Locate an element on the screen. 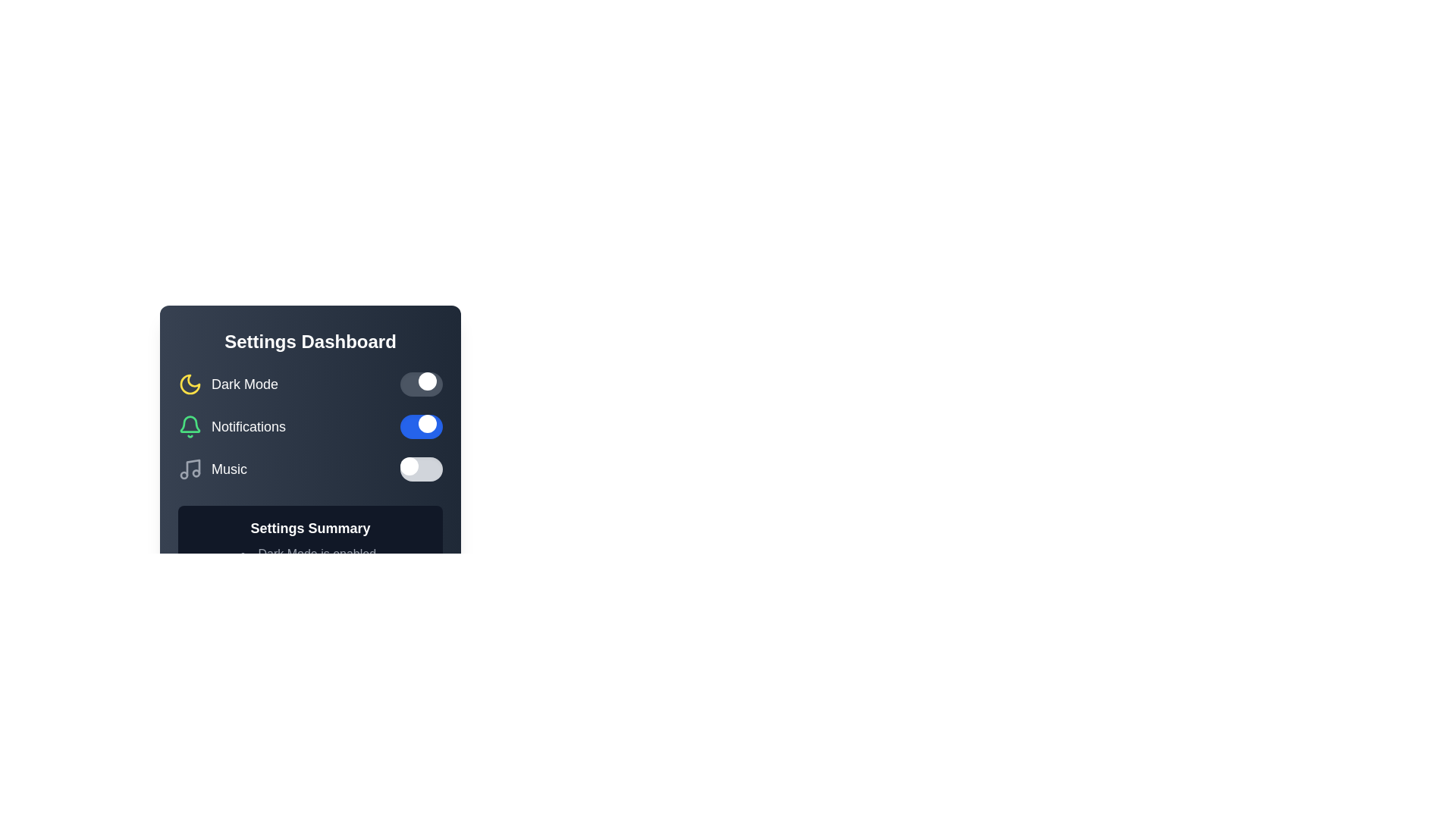 This screenshot has width=1456, height=819. label text for the dark mode toggle, which is located at the top-left of the settings panel and is the first item in the vertical list of options is located at coordinates (227, 383).